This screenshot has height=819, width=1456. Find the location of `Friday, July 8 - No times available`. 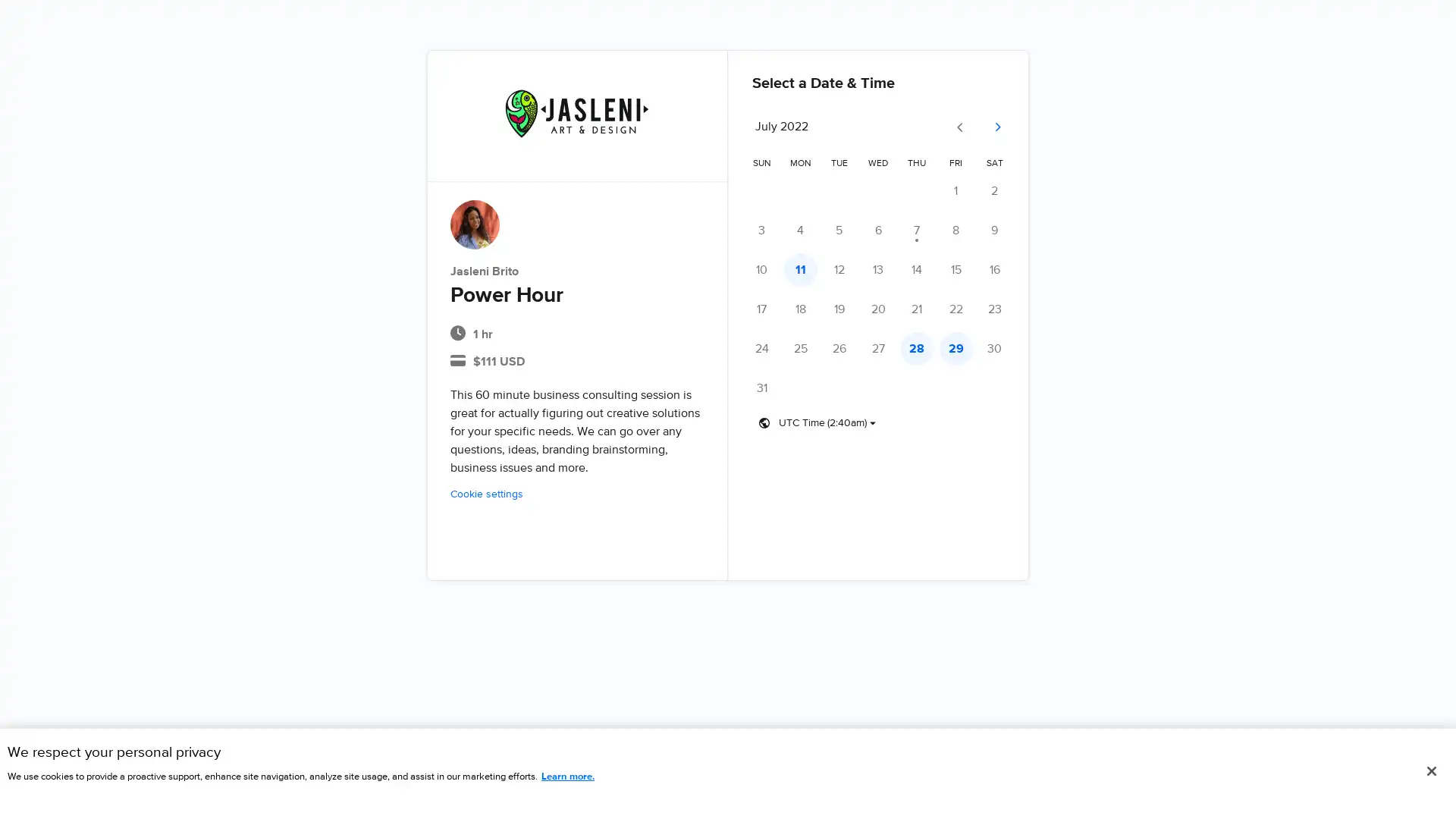

Friday, July 8 - No times available is located at coordinates (956, 231).